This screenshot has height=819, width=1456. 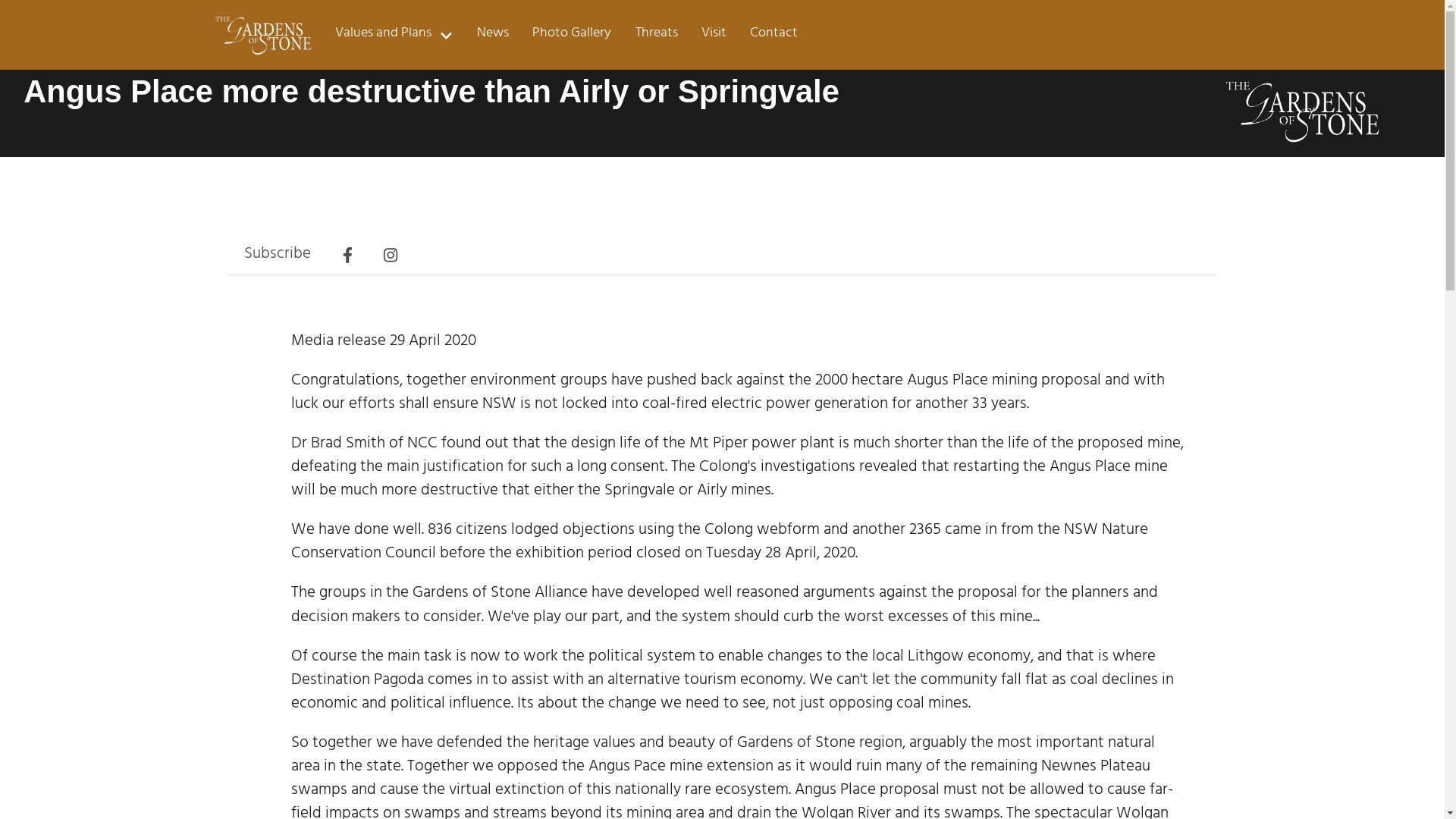 I want to click on 'Values and Plans', so click(x=323, y=34).